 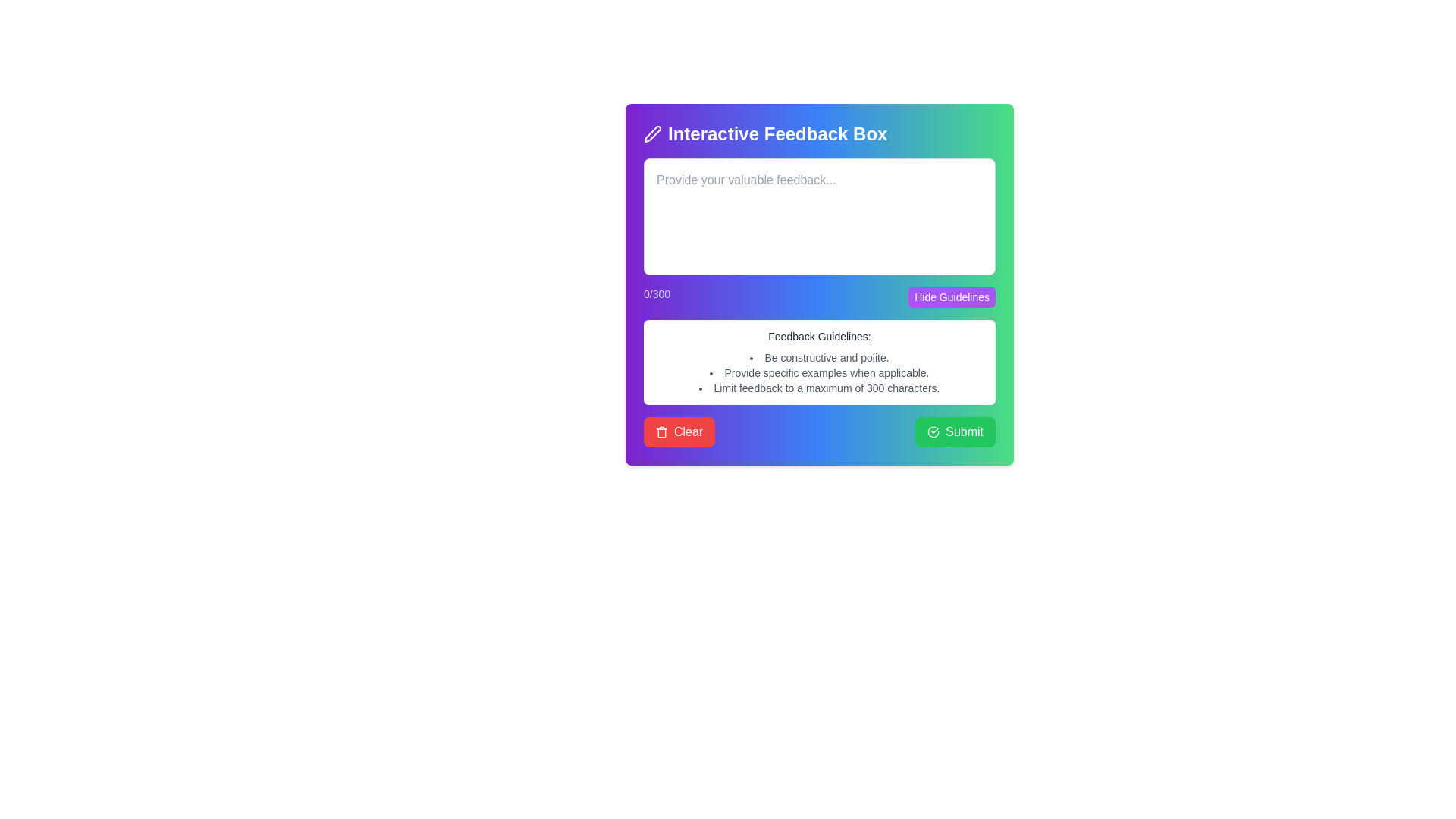 What do you see at coordinates (679, 432) in the screenshot?
I see `the red rectangular button with a white trash can icon and the text 'Clear' to clear the input field` at bounding box center [679, 432].